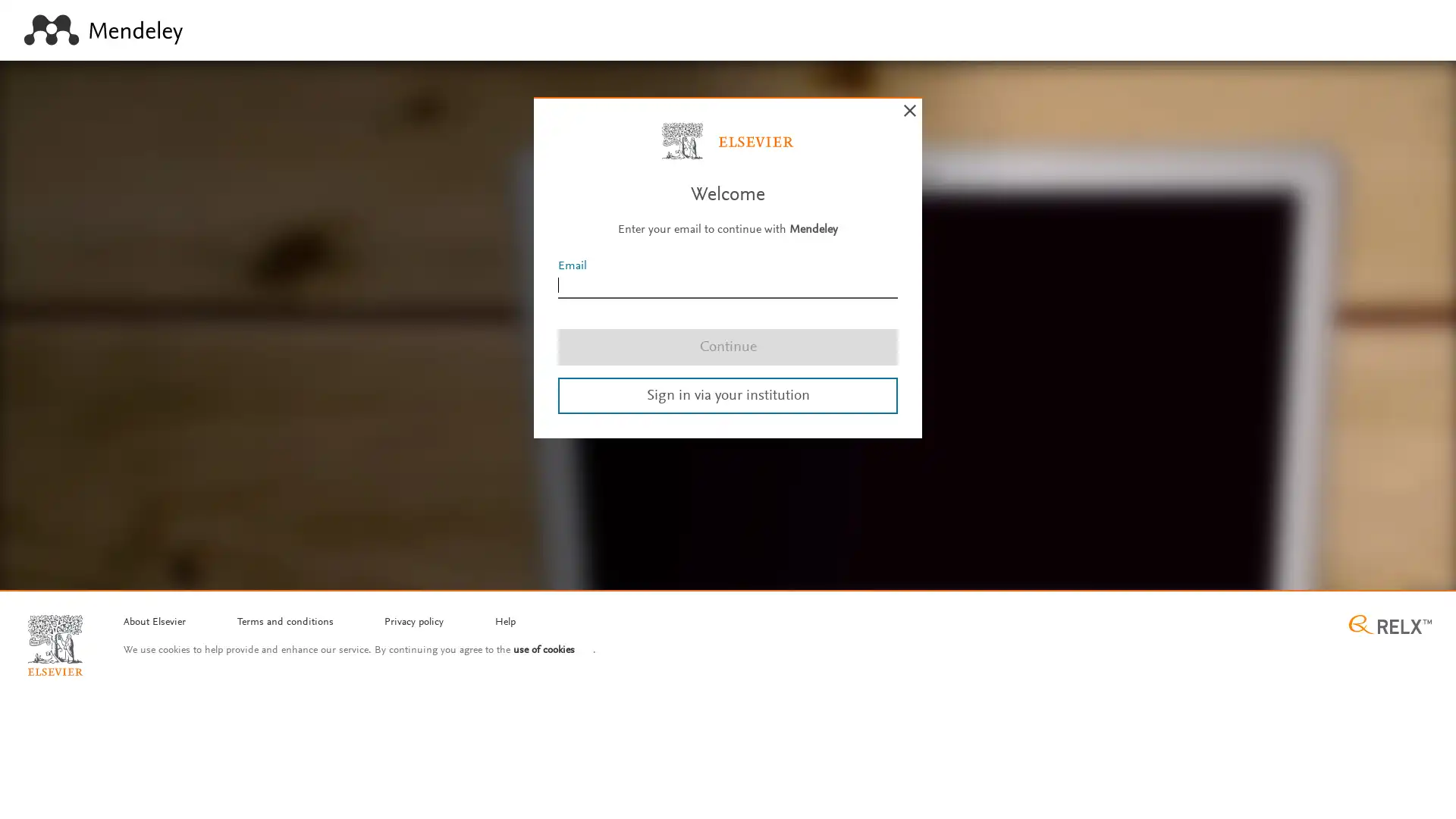  What do you see at coordinates (728, 346) in the screenshot?
I see `Continue` at bounding box center [728, 346].